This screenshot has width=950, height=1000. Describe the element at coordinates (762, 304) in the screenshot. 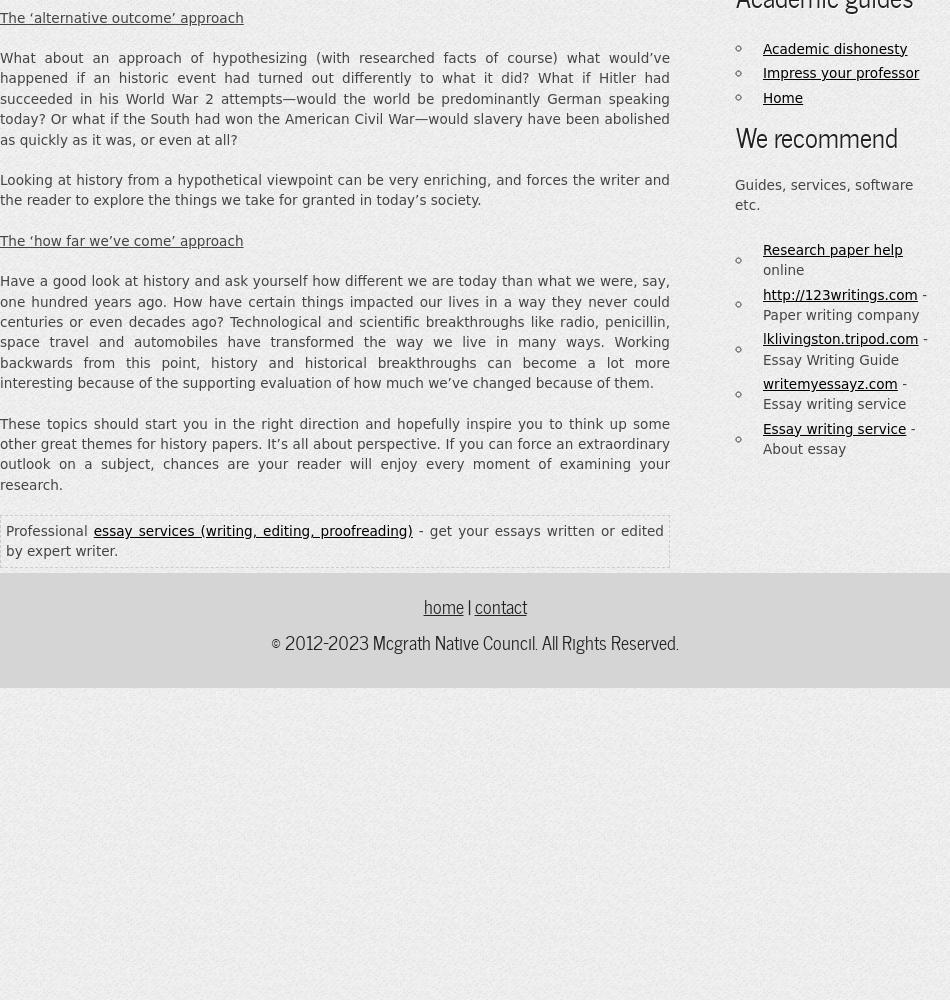

I see `'- Paper writing company'` at that location.